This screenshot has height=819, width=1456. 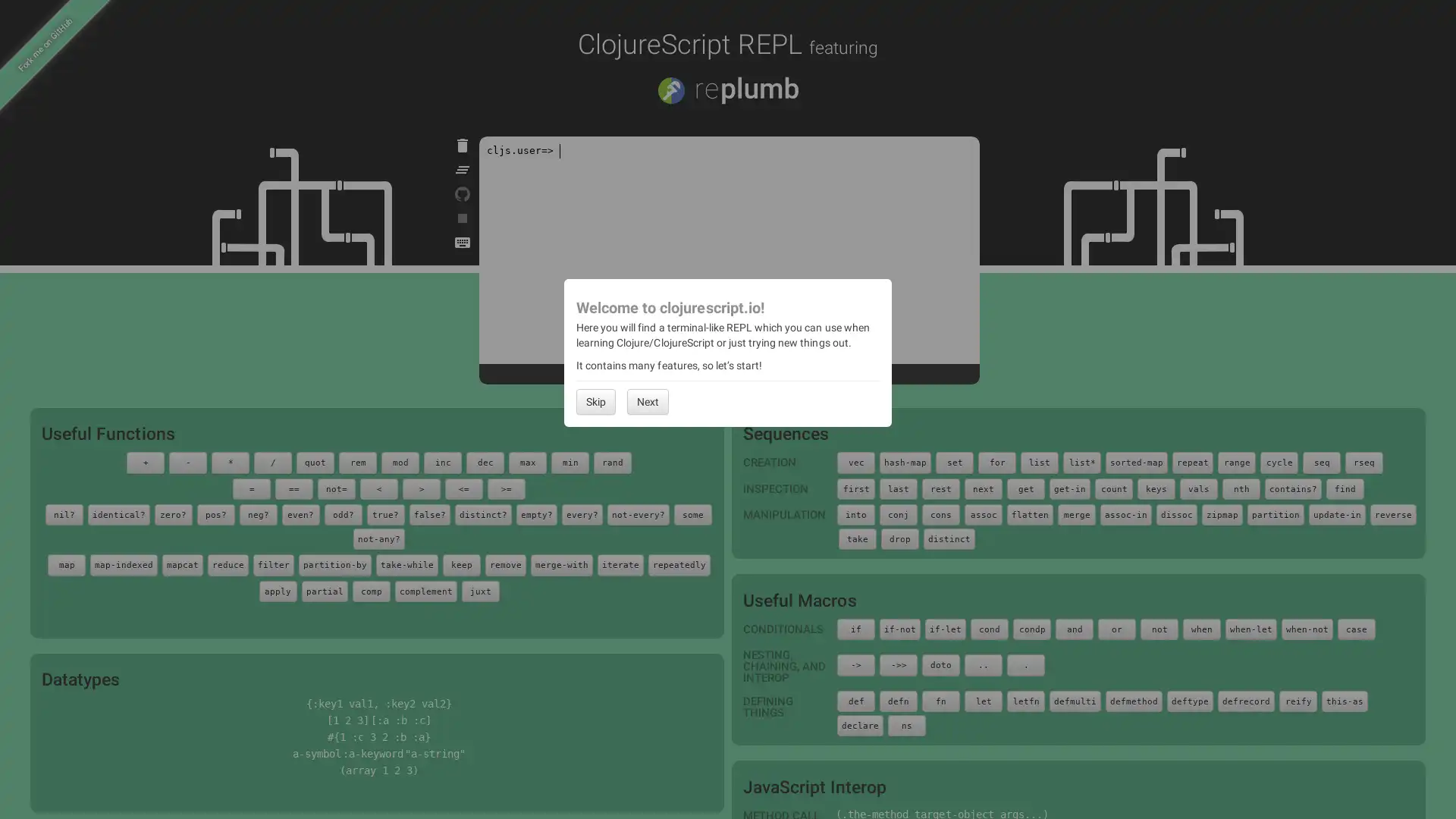 What do you see at coordinates (124, 564) in the screenshot?
I see `map-indexed` at bounding box center [124, 564].